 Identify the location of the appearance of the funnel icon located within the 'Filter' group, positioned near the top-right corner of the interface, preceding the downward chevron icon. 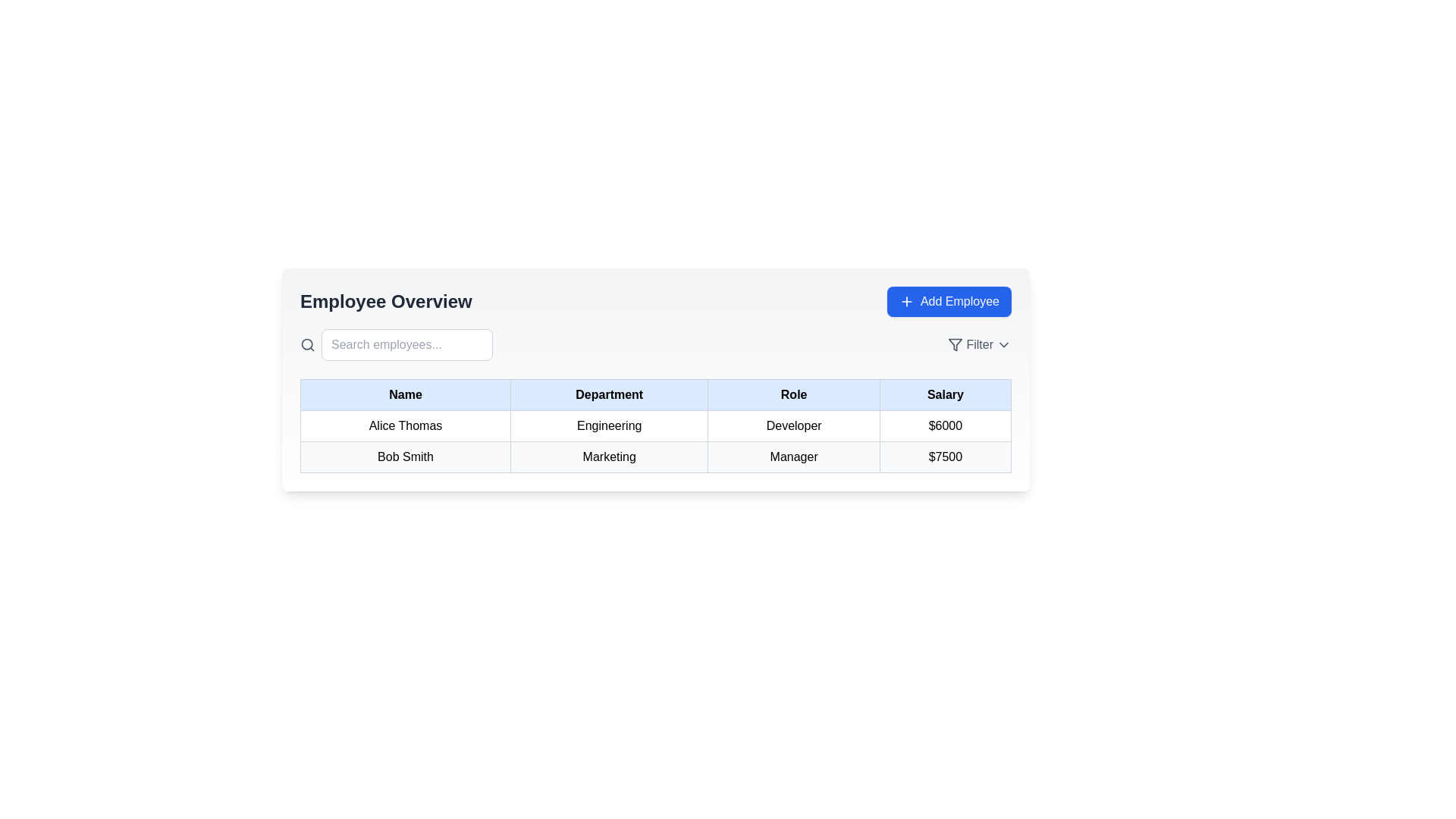
(955, 345).